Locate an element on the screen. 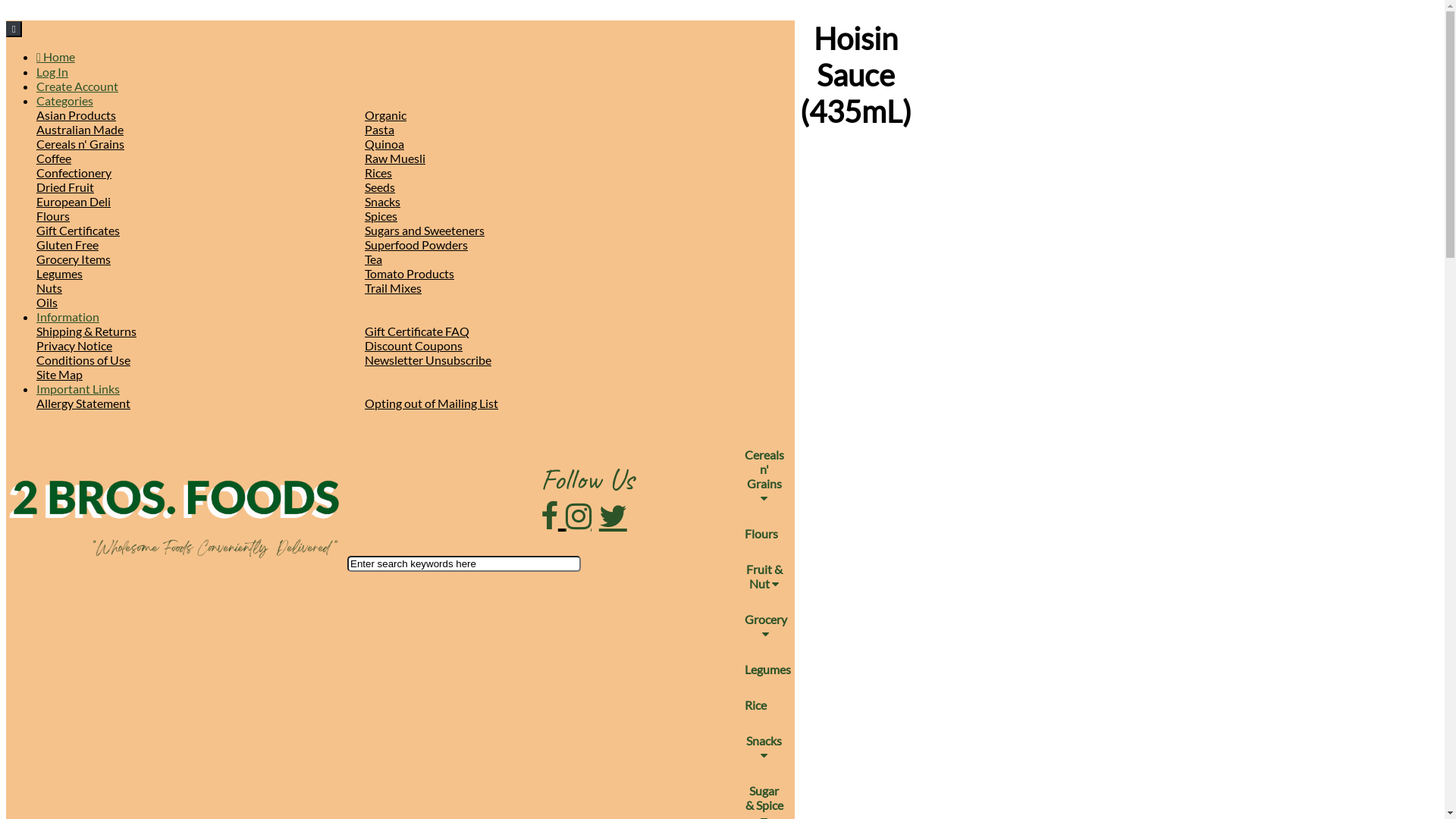 Image resolution: width=1456 pixels, height=819 pixels. 'European Deli' is located at coordinates (36, 200).